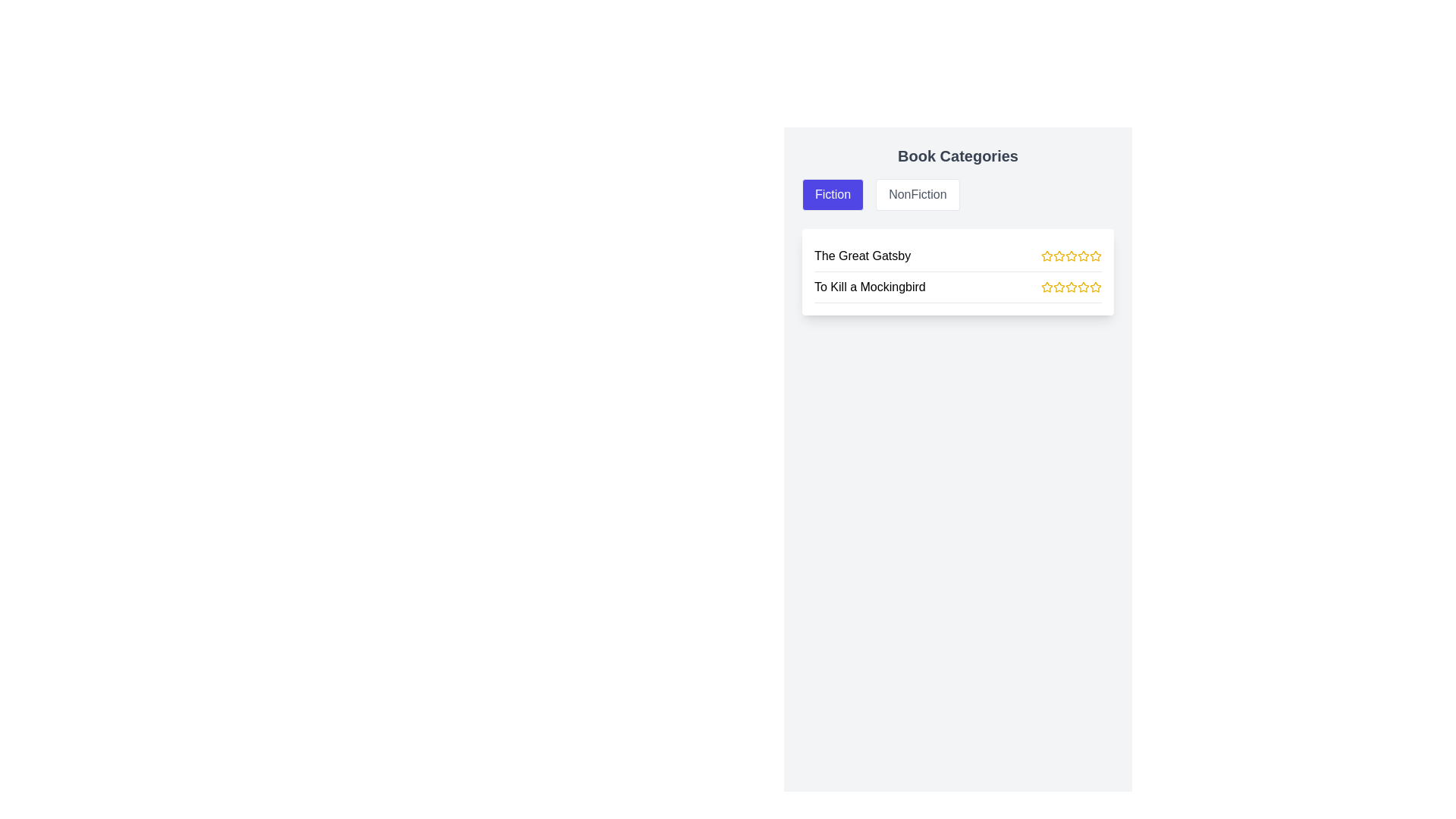  Describe the element at coordinates (1083, 256) in the screenshot. I see `the fifth yellow star icon used for rating in 'The Great Gatsby' row within the 'Fiction' tab` at that location.